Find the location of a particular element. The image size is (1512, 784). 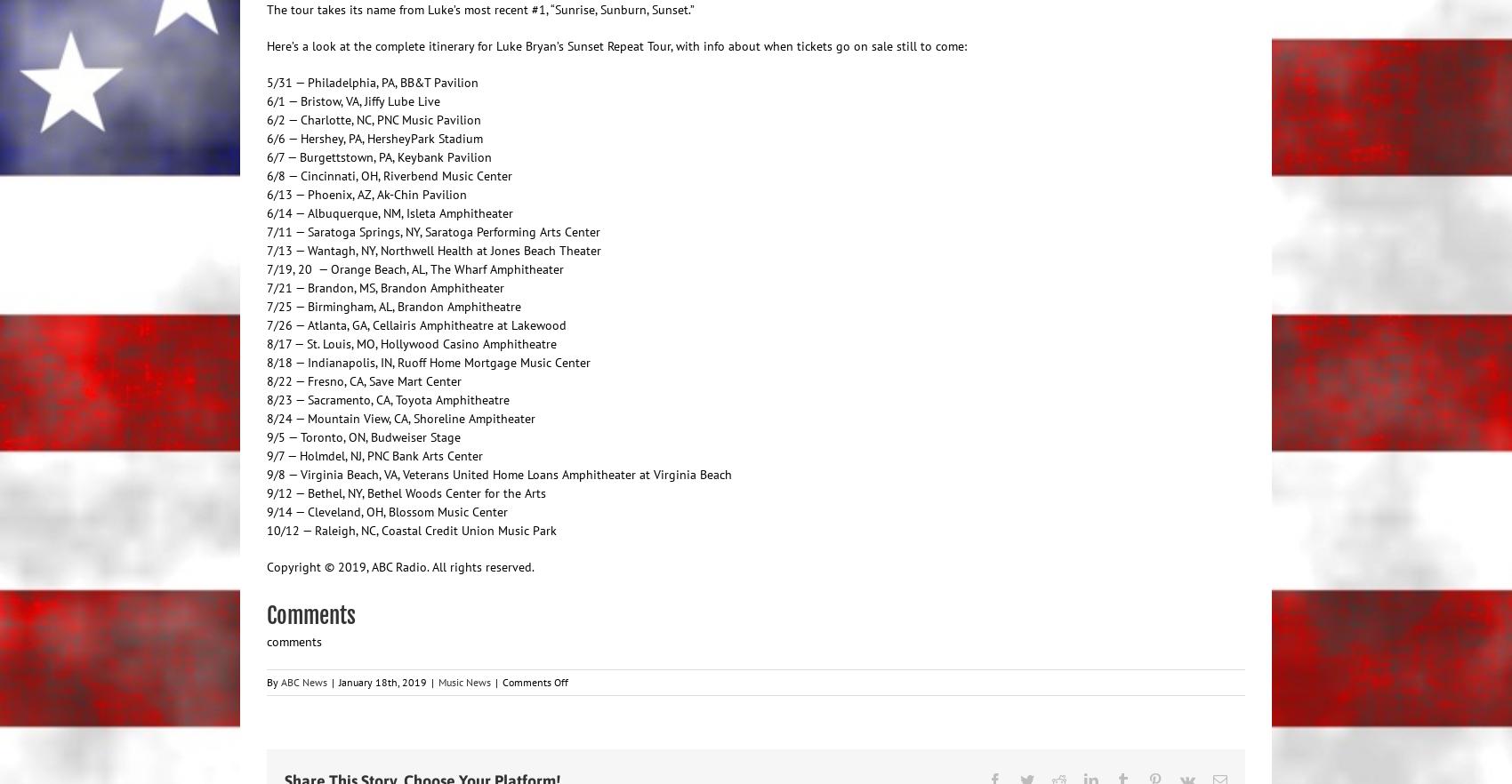

'Copyright © 2019, ABC Radio. All rights reserved.' is located at coordinates (267, 567).